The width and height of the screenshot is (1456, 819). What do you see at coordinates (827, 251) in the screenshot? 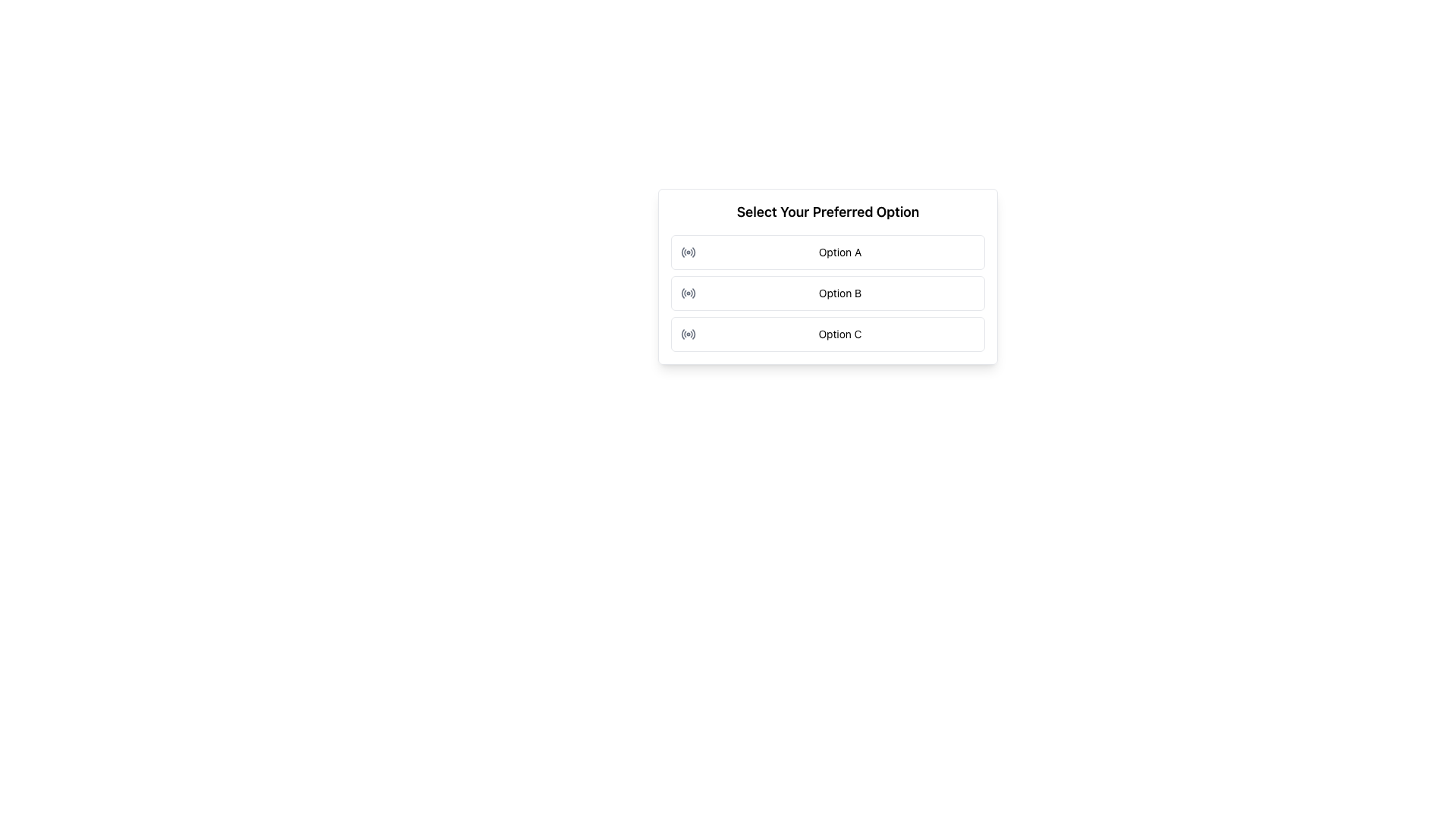
I see `the first selectable option labeled 'Option A' in the list` at bounding box center [827, 251].